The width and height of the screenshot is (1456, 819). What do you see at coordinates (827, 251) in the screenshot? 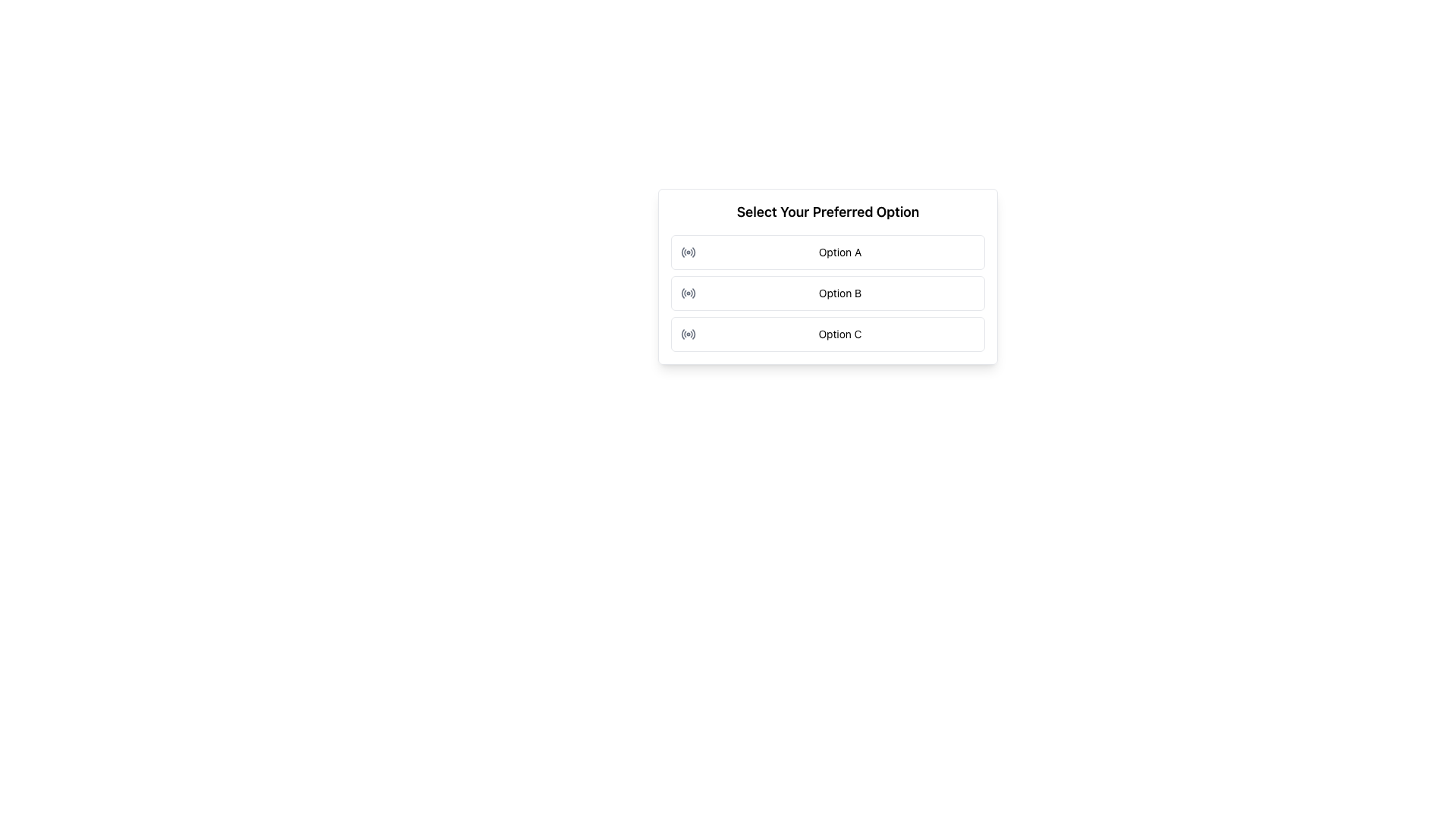
I see `the first selectable option labeled 'Option A' in the list` at bounding box center [827, 251].